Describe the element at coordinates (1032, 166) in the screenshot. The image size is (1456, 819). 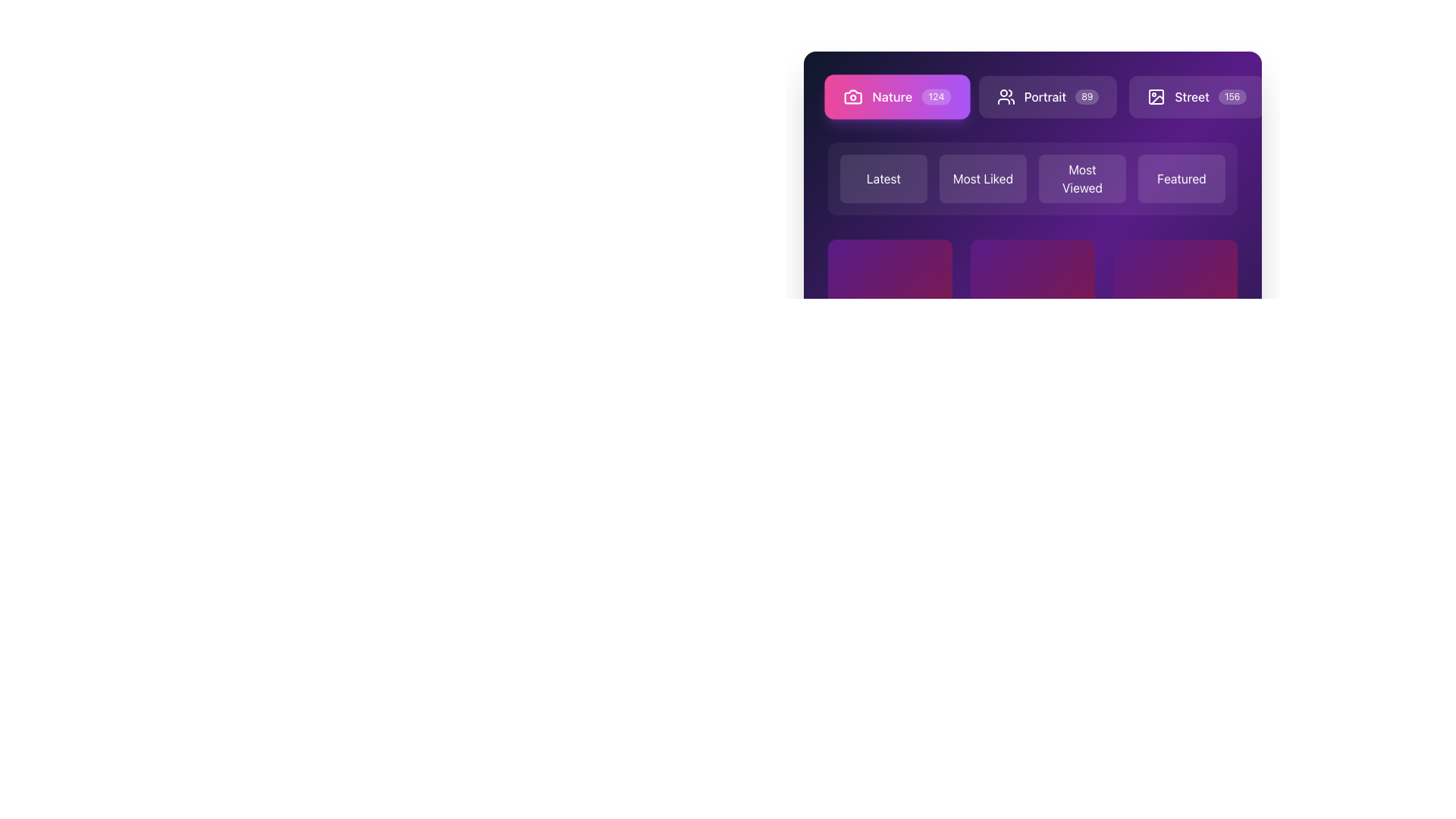
I see `the third button from the left in the horizontal button group to filter by 'Most Viewed'` at that location.